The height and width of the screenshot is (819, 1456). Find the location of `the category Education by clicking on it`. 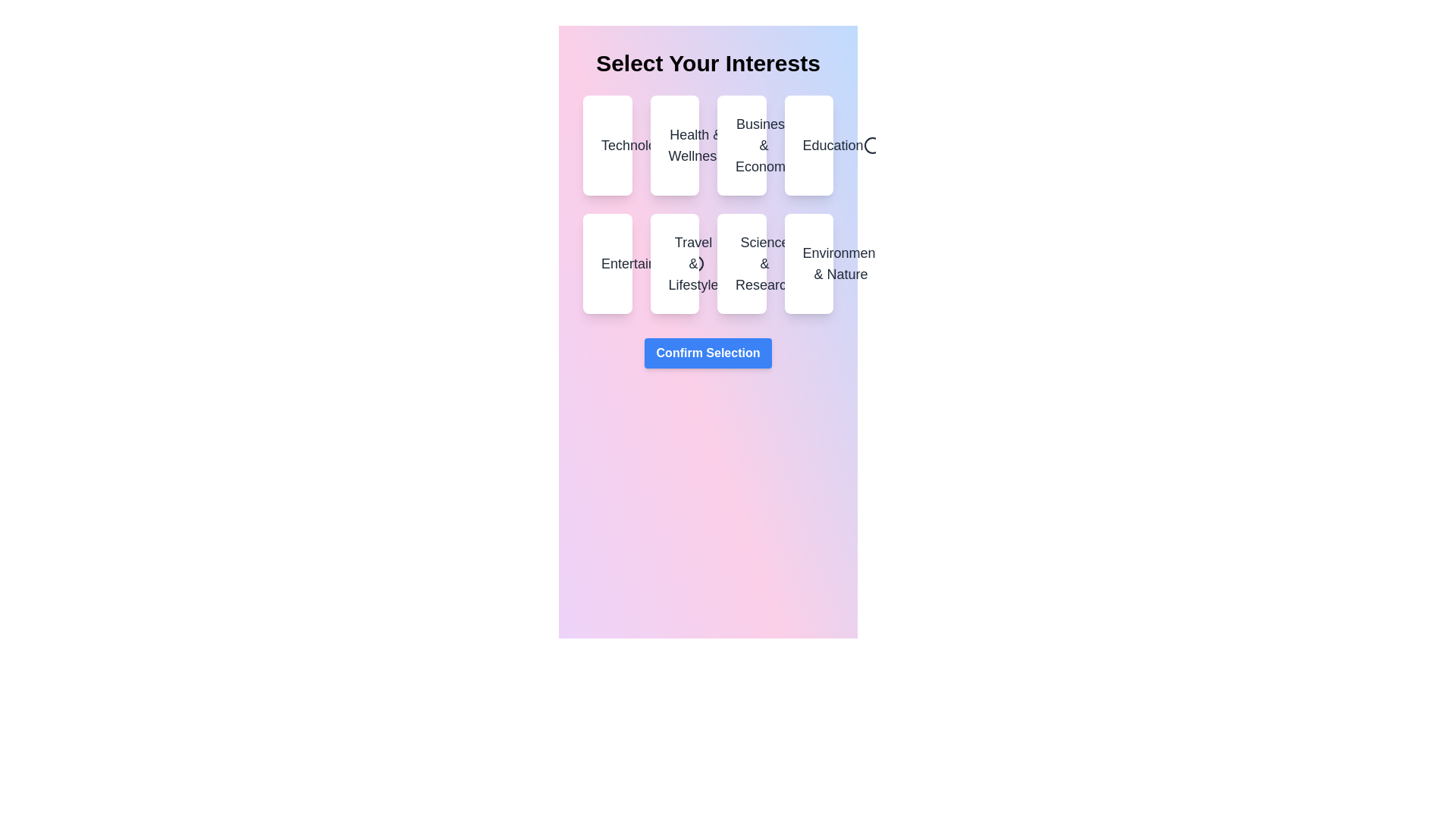

the category Education by clicking on it is located at coordinates (808, 146).